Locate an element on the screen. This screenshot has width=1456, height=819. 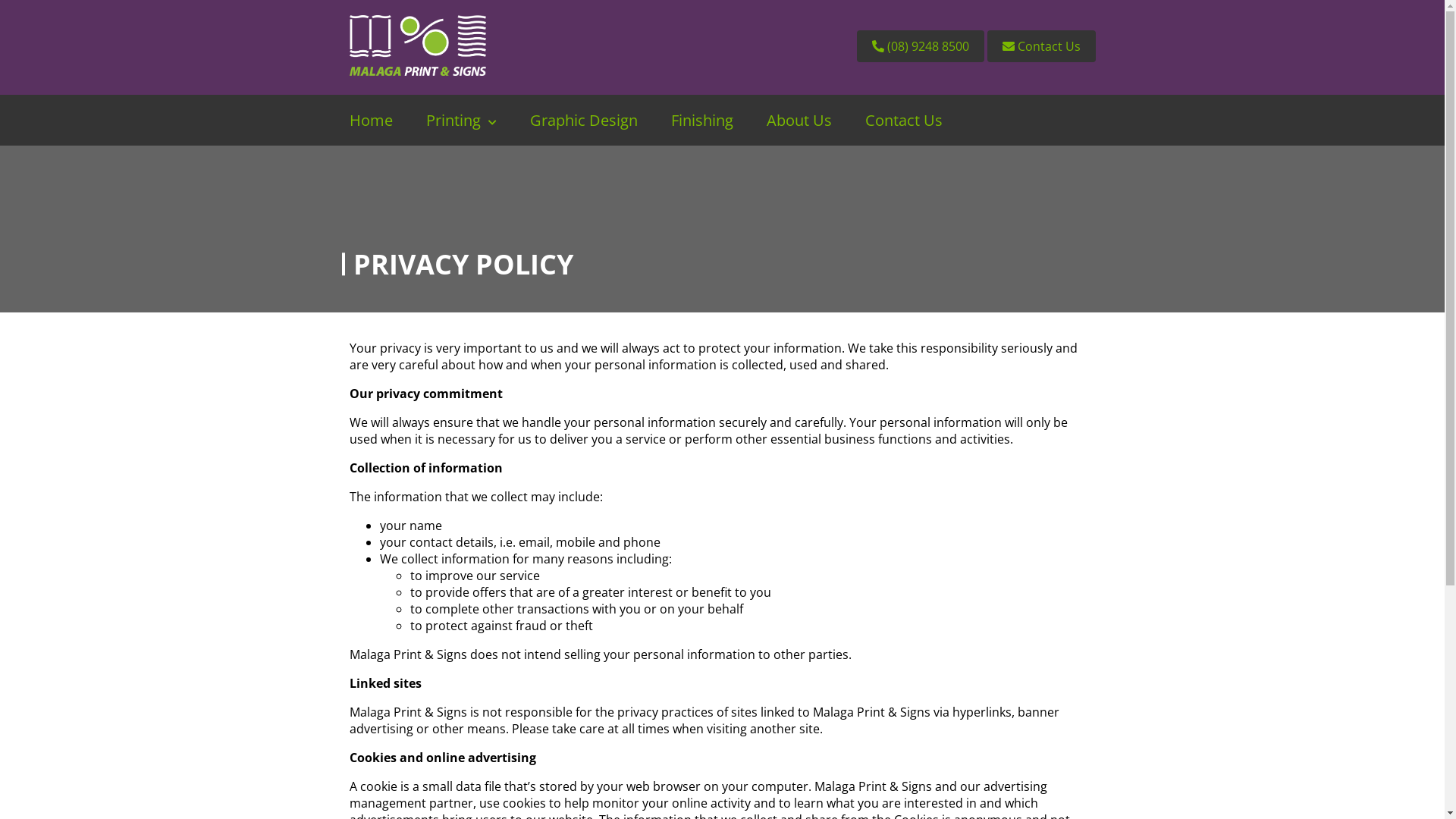
'Home' is located at coordinates (370, 119).